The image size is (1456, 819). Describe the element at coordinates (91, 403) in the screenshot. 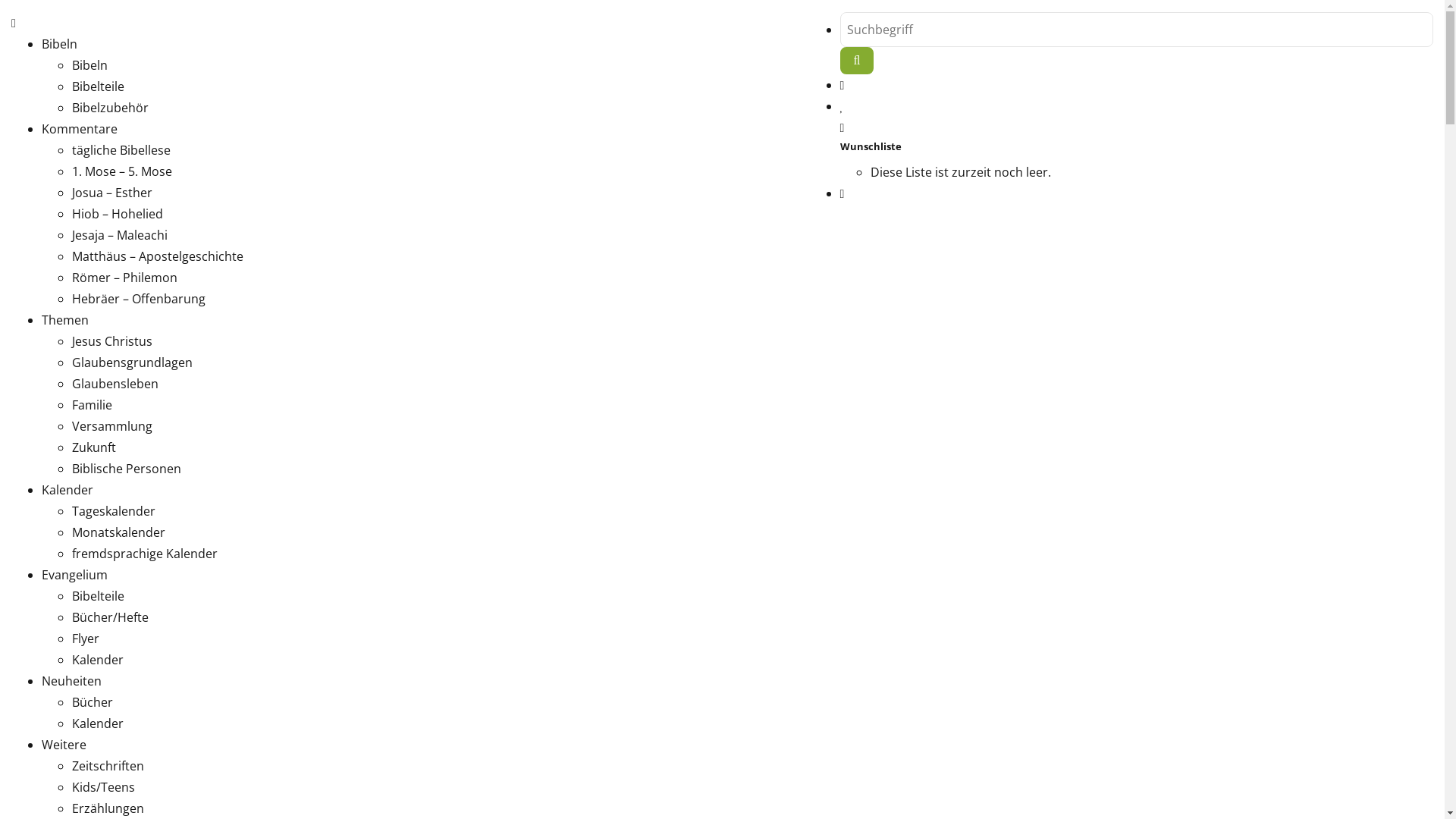

I see `'Familie'` at that location.